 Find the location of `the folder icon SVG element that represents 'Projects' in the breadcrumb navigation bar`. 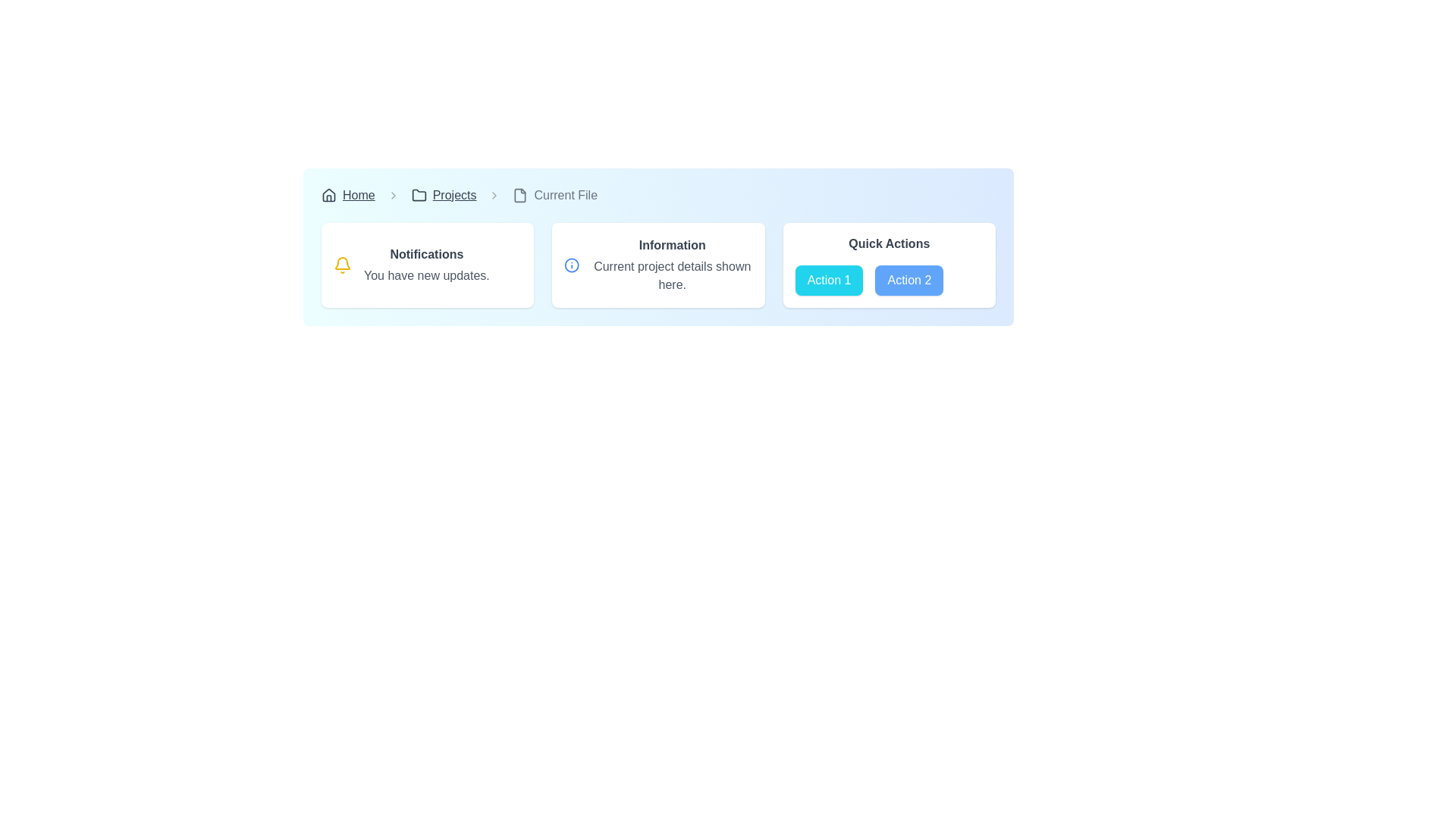

the folder icon SVG element that represents 'Projects' in the breadcrumb navigation bar is located at coordinates (419, 195).